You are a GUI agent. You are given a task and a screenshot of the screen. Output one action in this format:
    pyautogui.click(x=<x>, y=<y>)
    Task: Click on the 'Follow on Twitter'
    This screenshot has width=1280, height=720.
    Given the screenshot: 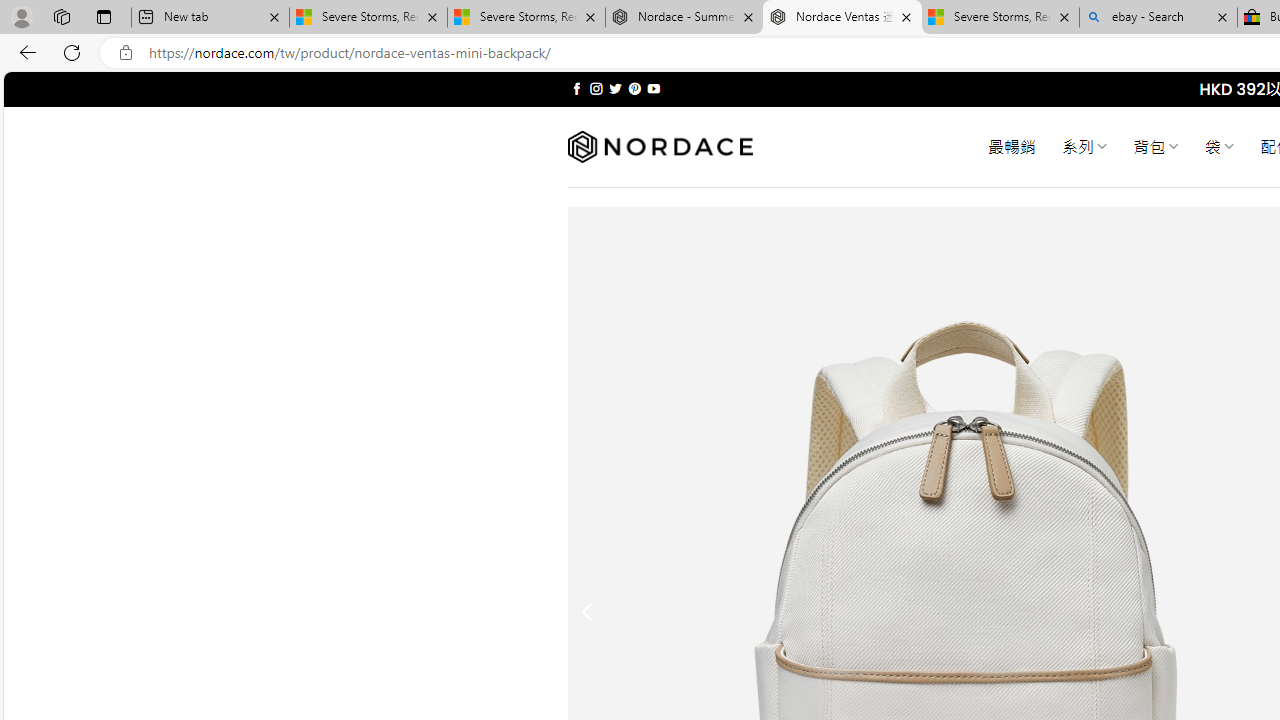 What is the action you would take?
    pyautogui.click(x=614, y=88)
    